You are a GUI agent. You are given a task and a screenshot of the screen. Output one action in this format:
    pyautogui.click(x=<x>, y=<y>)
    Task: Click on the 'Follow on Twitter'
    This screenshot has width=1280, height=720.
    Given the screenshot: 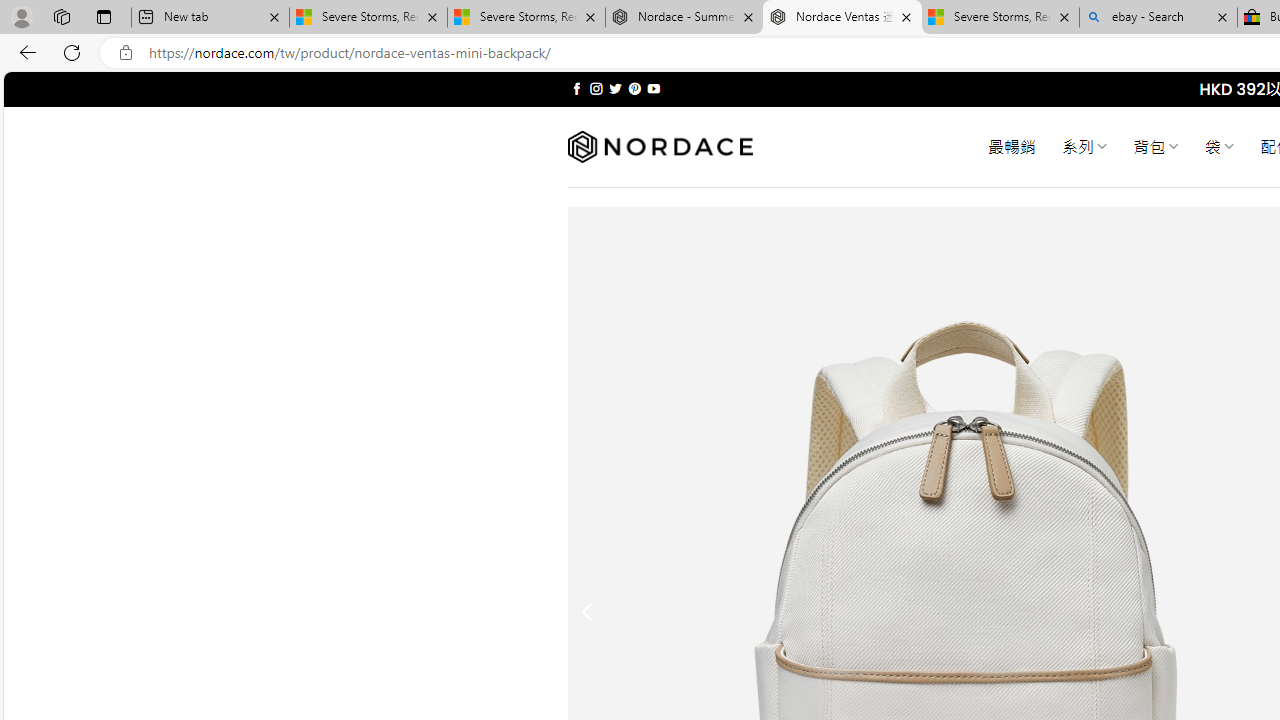 What is the action you would take?
    pyautogui.click(x=614, y=88)
    